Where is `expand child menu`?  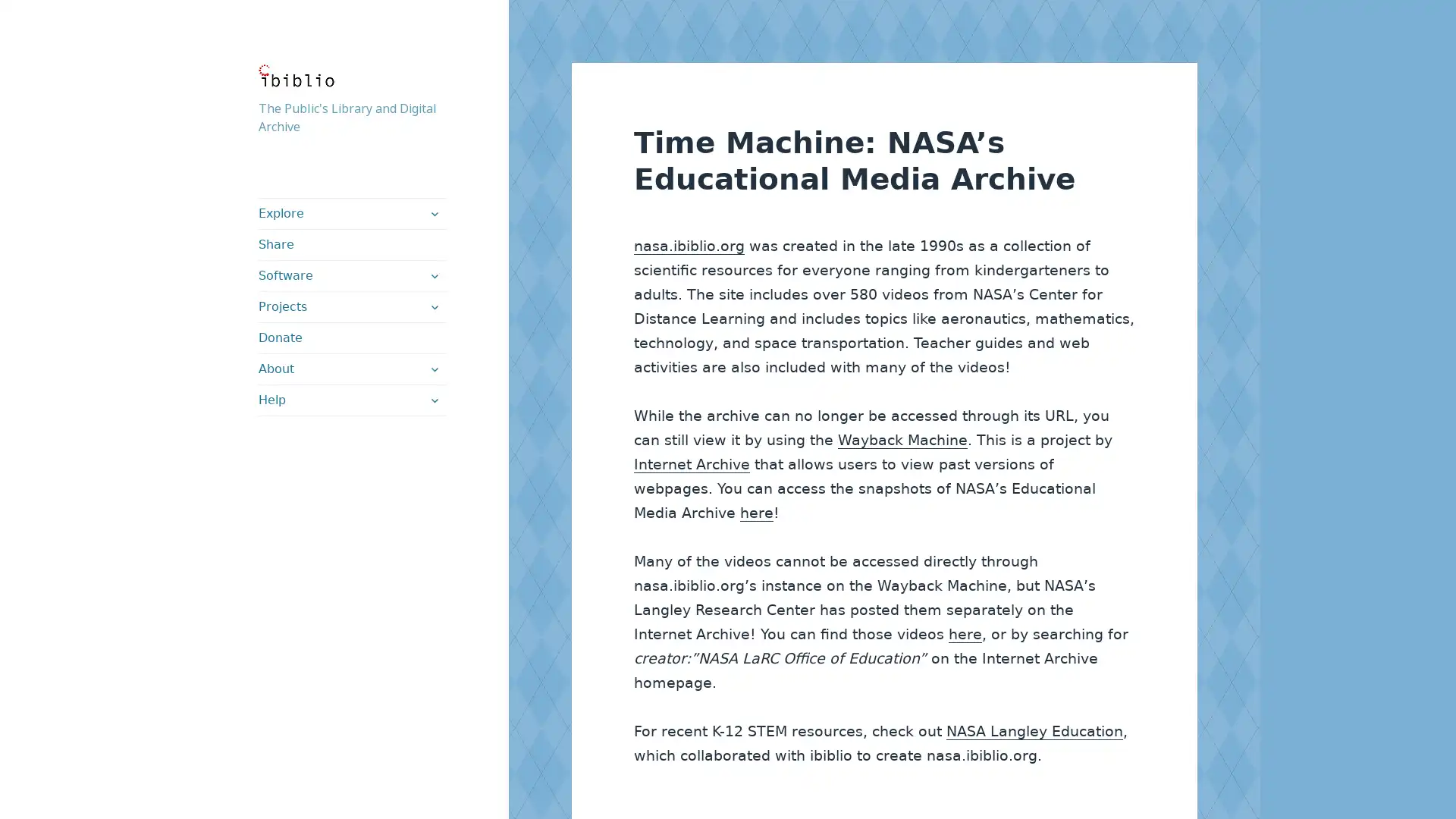 expand child menu is located at coordinates (432, 213).